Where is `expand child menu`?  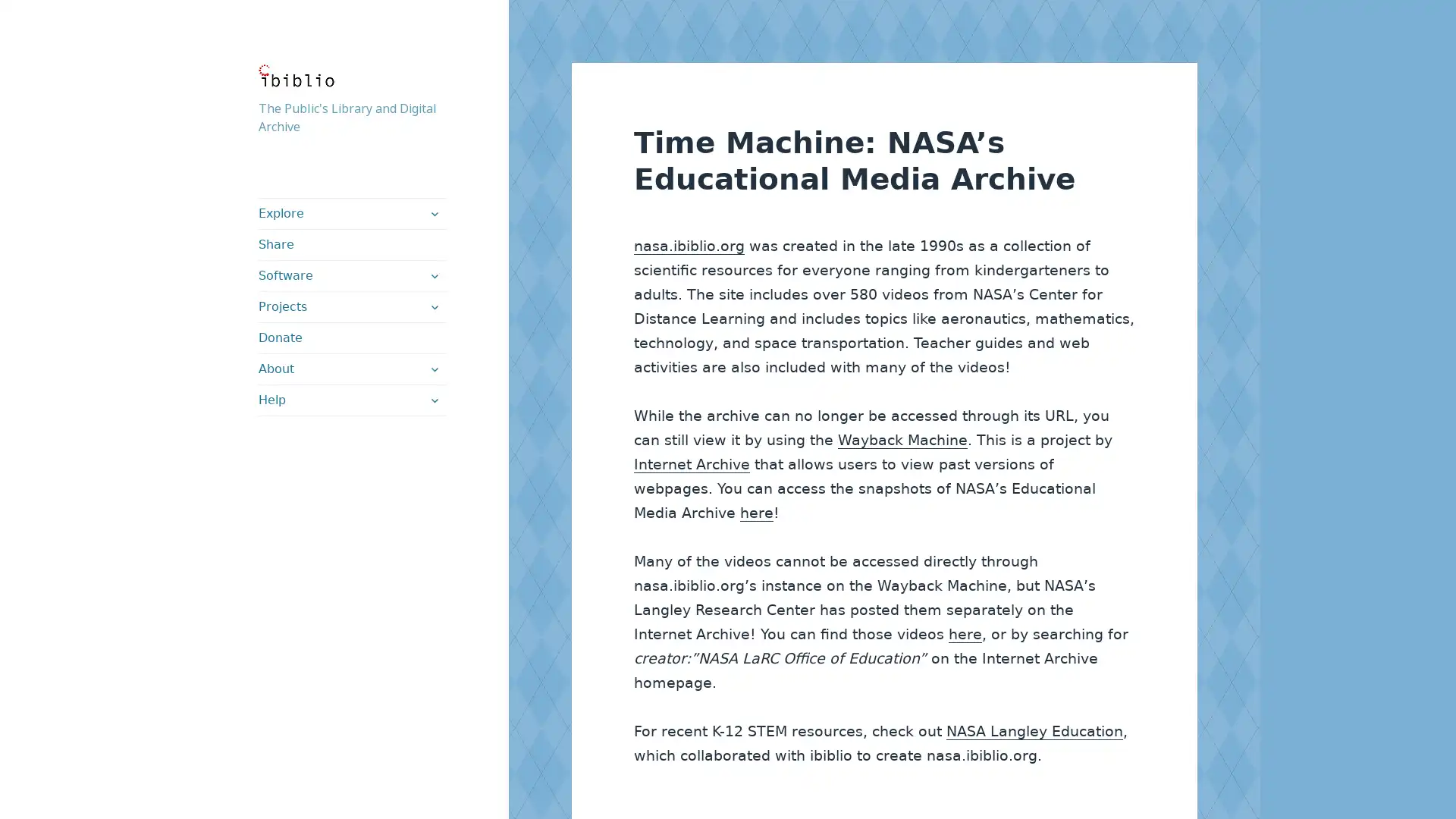 expand child menu is located at coordinates (432, 213).